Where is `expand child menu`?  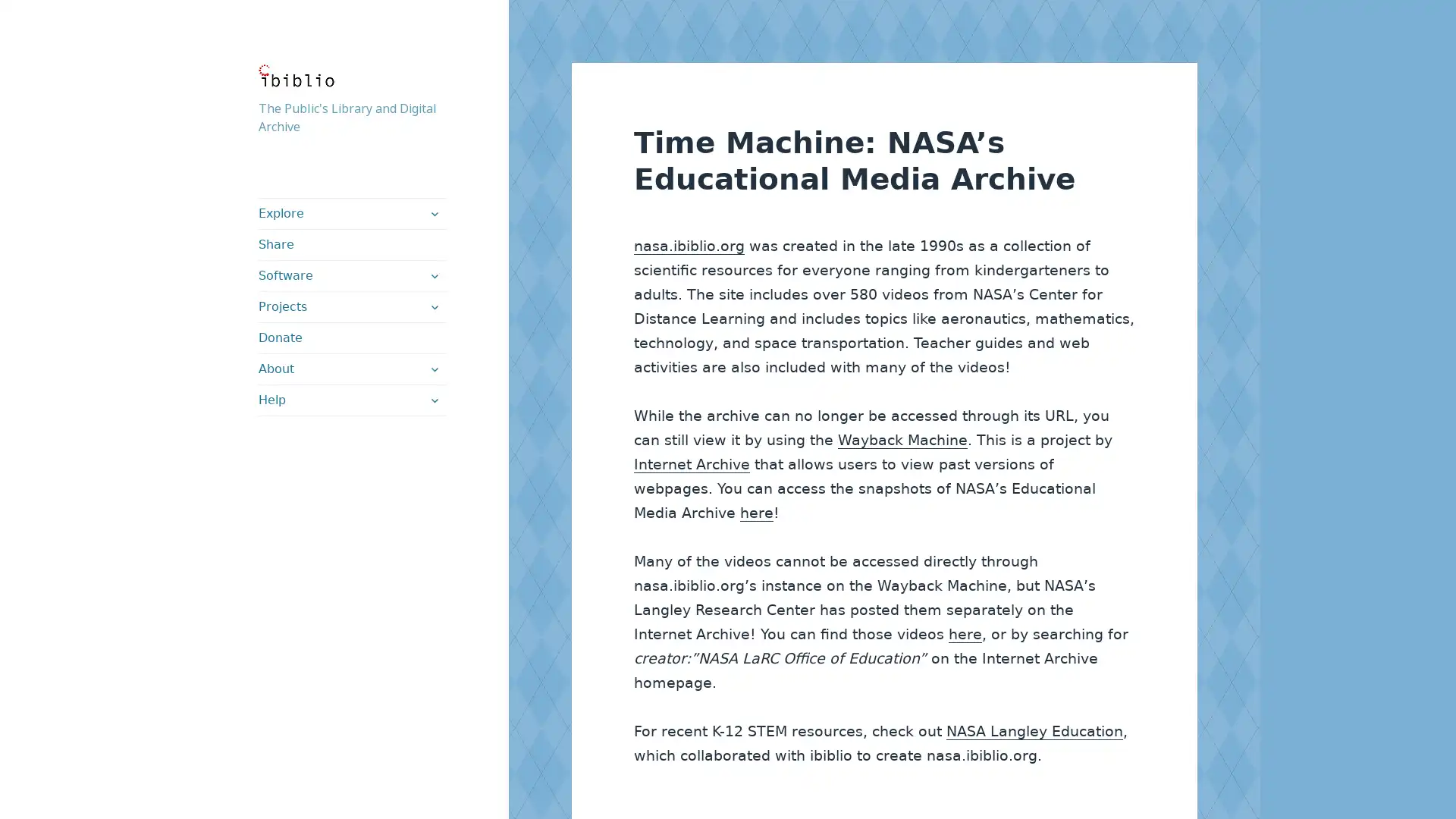 expand child menu is located at coordinates (432, 213).